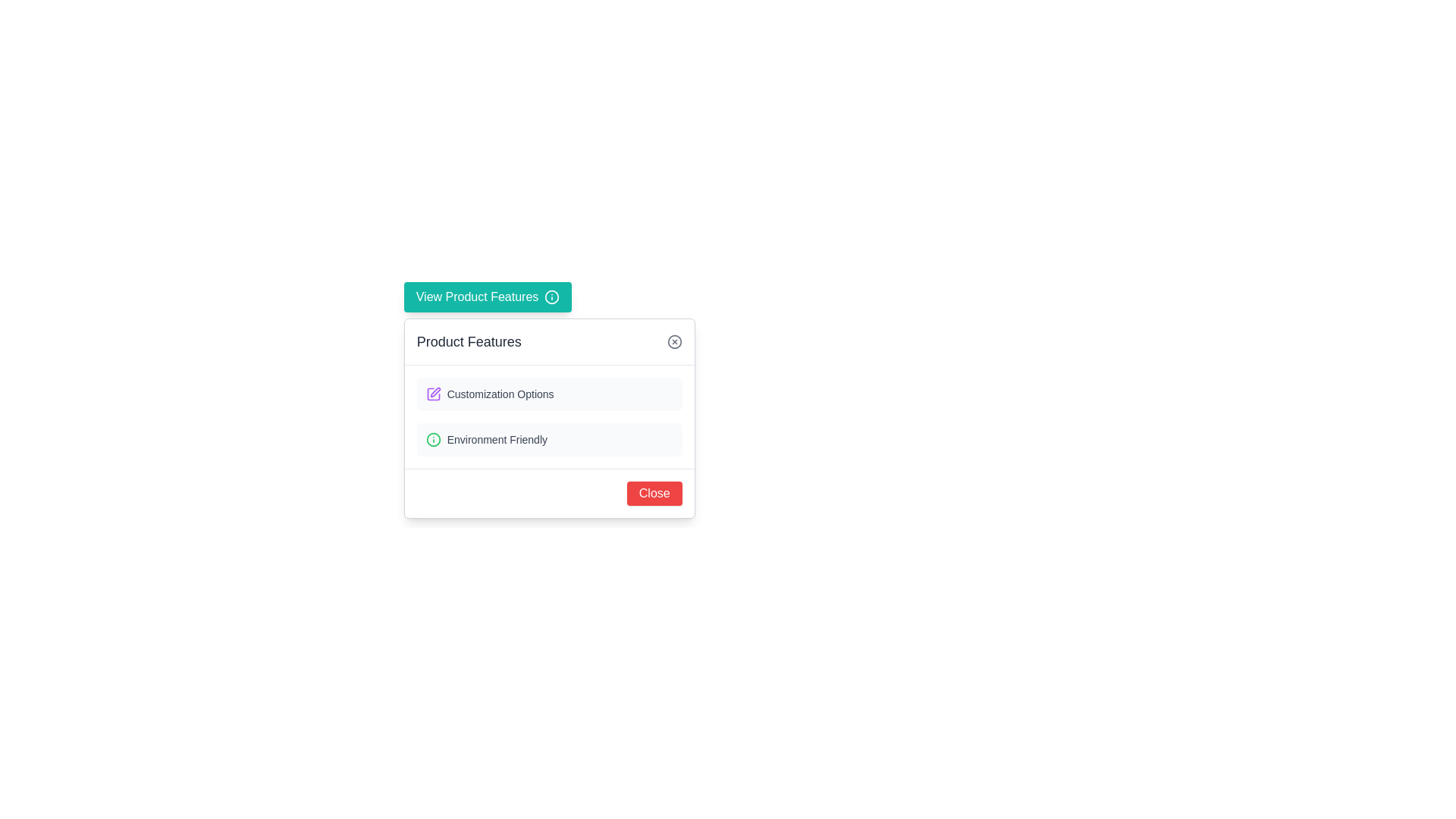 The image size is (1456, 819). What do you see at coordinates (673, 342) in the screenshot?
I see `decorative circular icon with a cross mark in the top-right corner of the 'Product Features' popup window` at bounding box center [673, 342].